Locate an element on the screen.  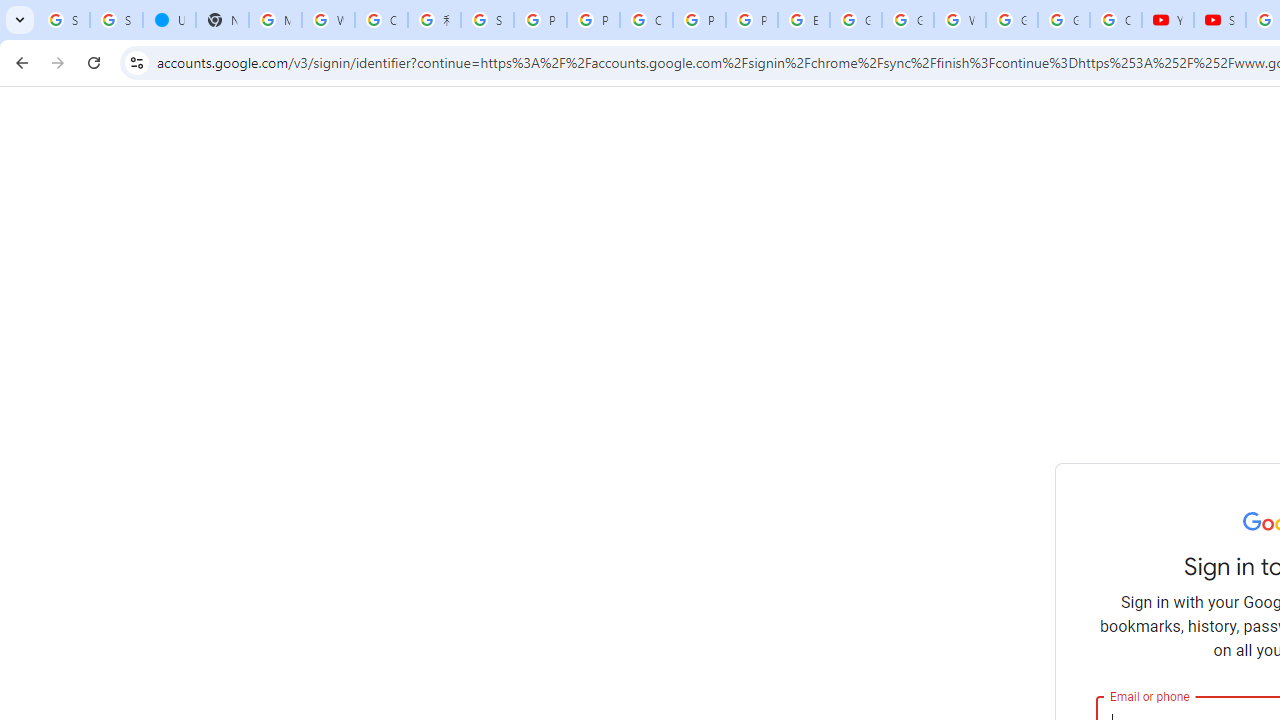
'Who is my administrator? - Google Account Help' is located at coordinates (328, 20).